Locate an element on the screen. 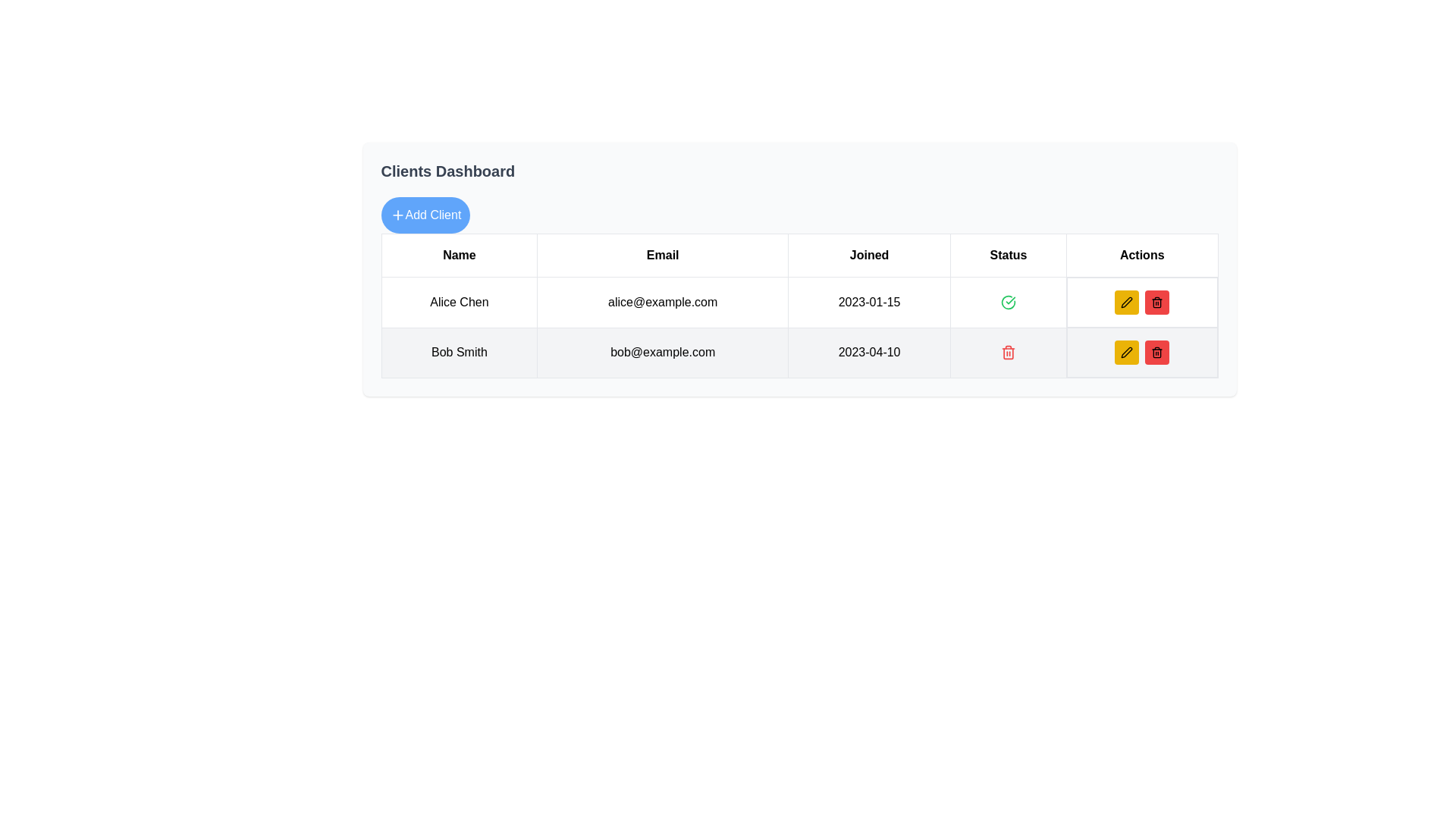  the Table Header Cell labeled 'Actions', which is the fifth column header in the table, located at the top-right side of the table is located at coordinates (1142, 254).